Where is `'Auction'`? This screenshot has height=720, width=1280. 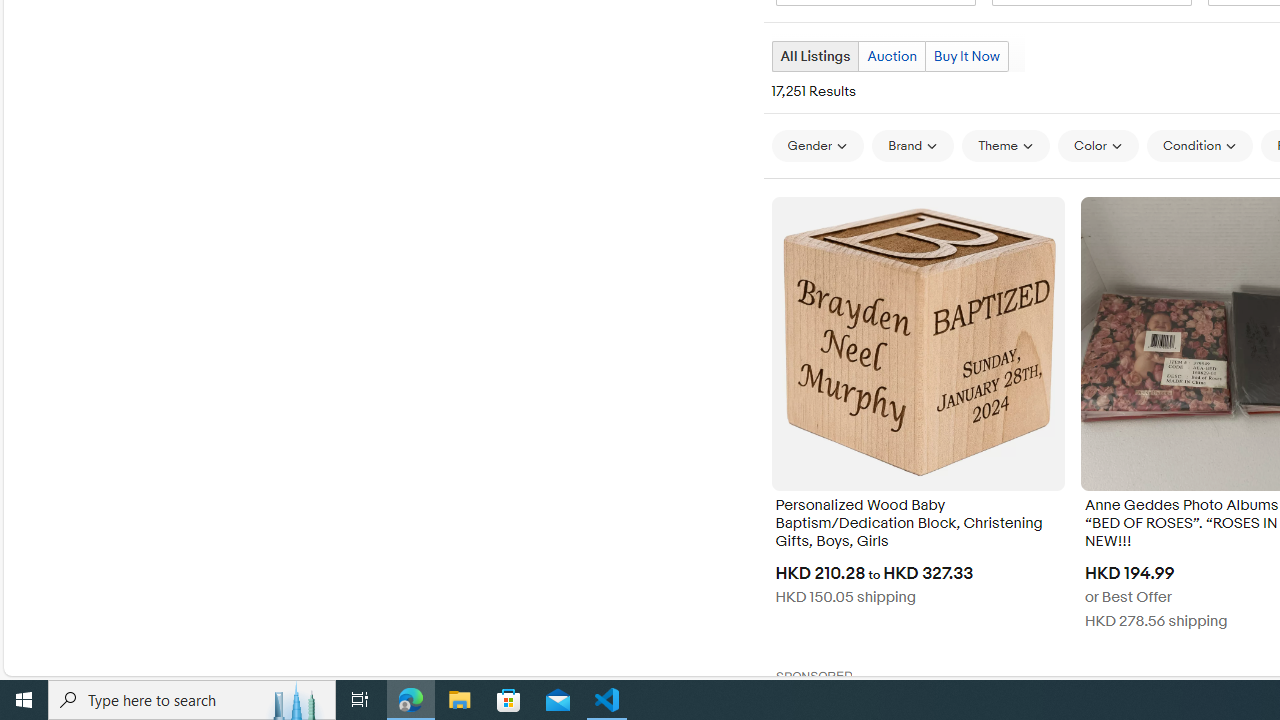
'Auction' is located at coordinates (891, 55).